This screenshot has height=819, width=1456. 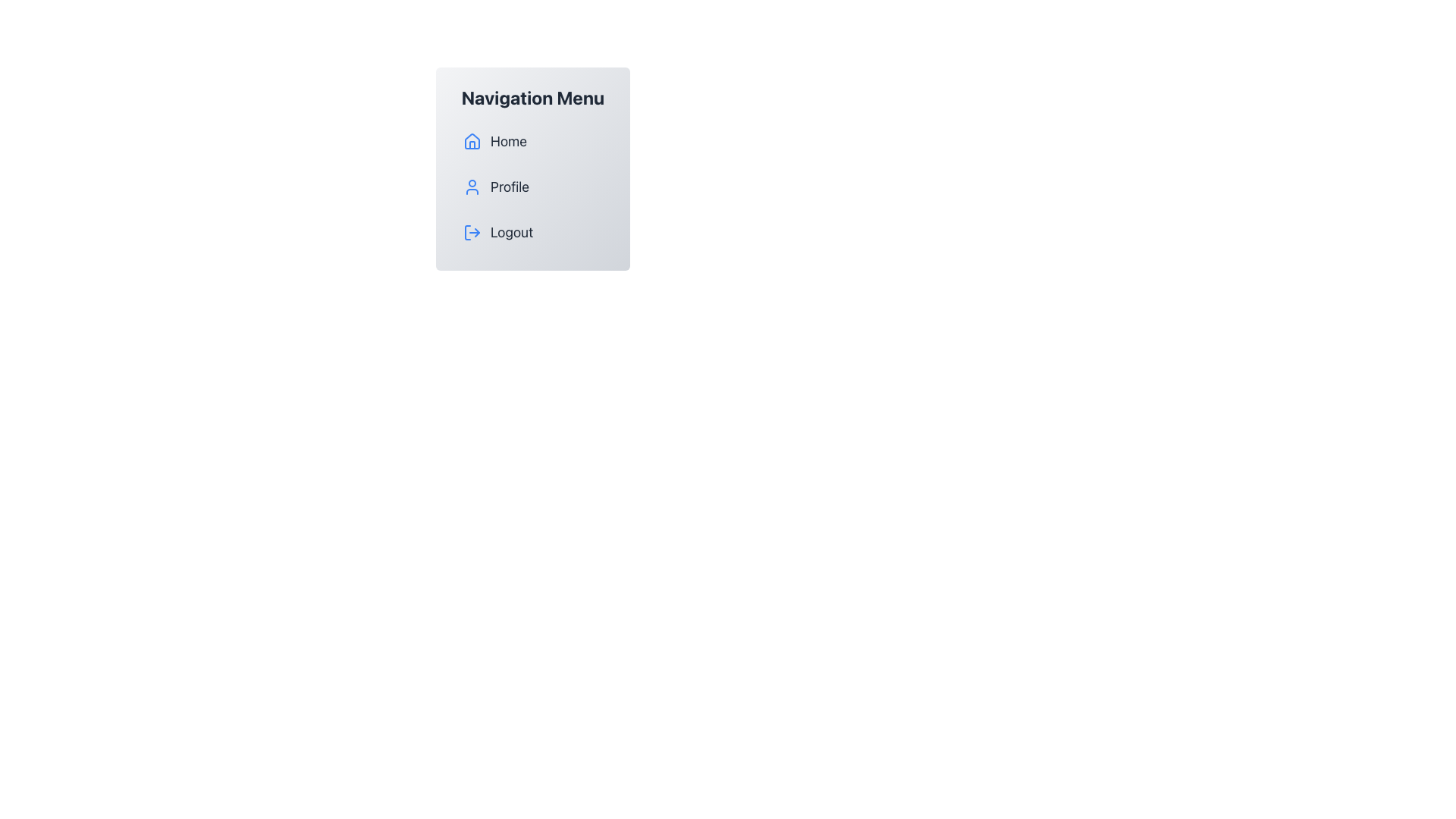 I want to click on the blue-colored icon resembling a rightward arrow, which is located to the left of the 'Logout' text in the navigation menu, to interact with the logout option, so click(x=472, y=233).